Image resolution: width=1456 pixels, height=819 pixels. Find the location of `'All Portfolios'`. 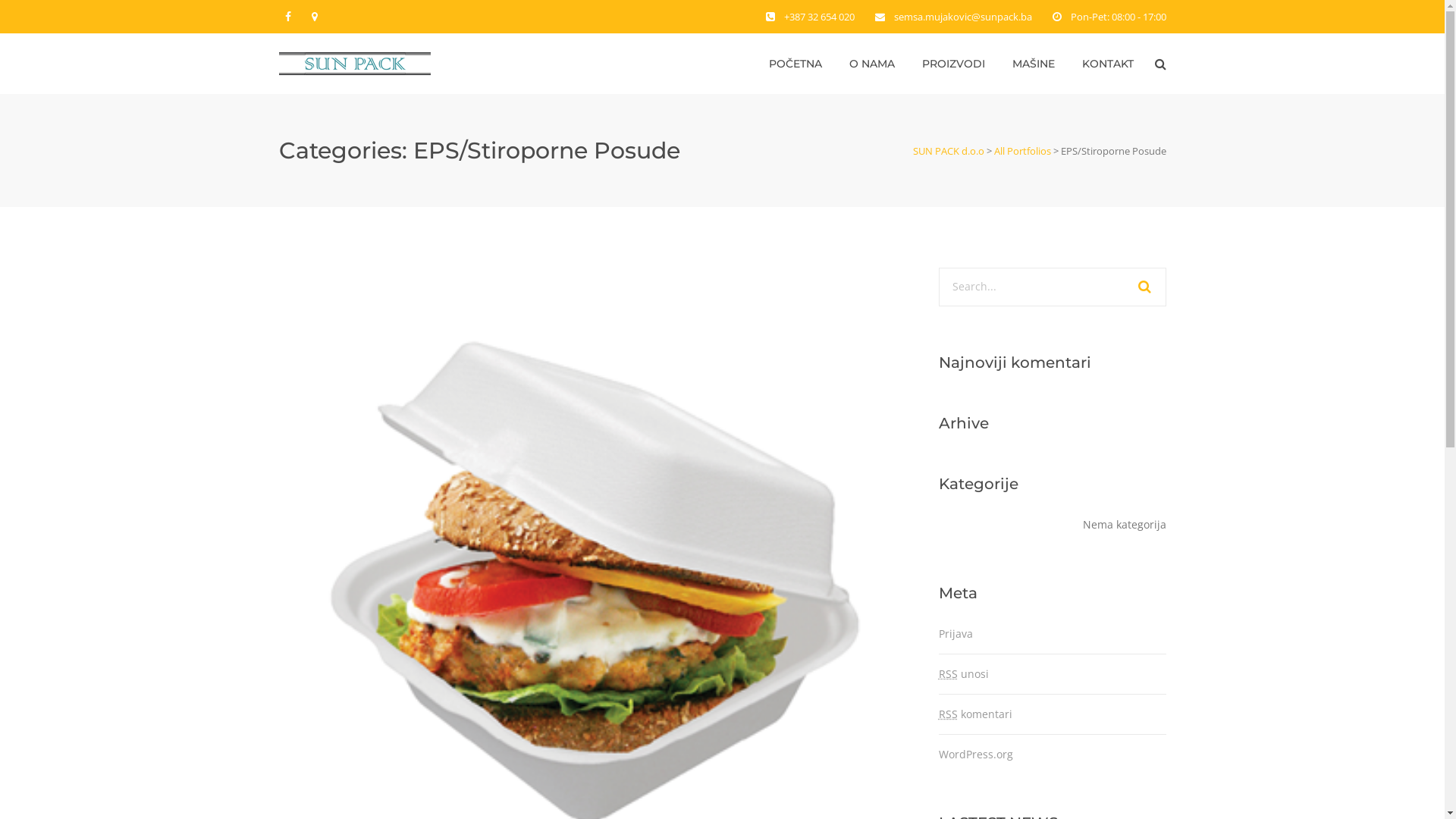

'All Portfolios' is located at coordinates (1021, 151).